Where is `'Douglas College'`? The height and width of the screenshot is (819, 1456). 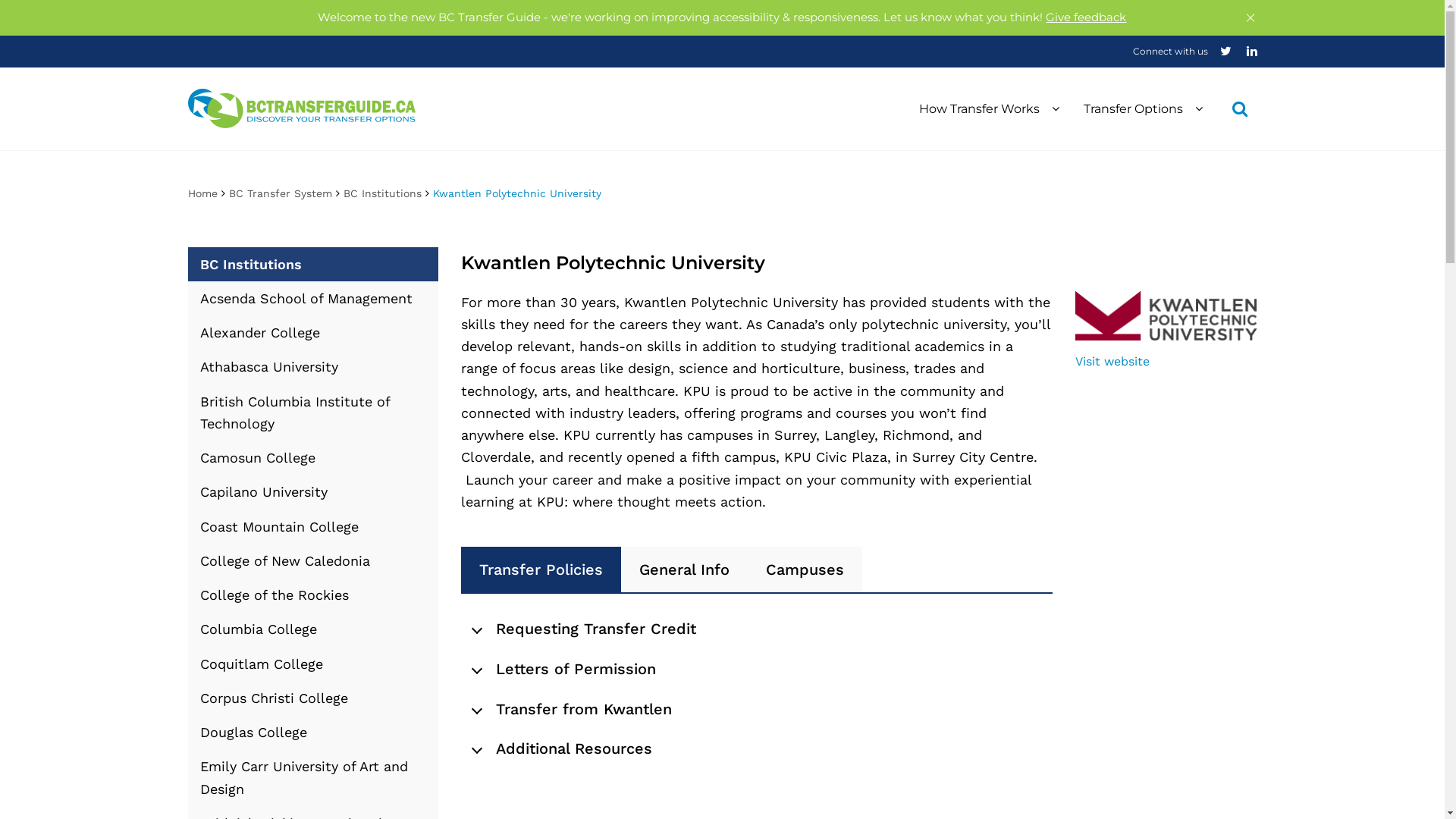 'Douglas College' is located at coordinates (312, 731).